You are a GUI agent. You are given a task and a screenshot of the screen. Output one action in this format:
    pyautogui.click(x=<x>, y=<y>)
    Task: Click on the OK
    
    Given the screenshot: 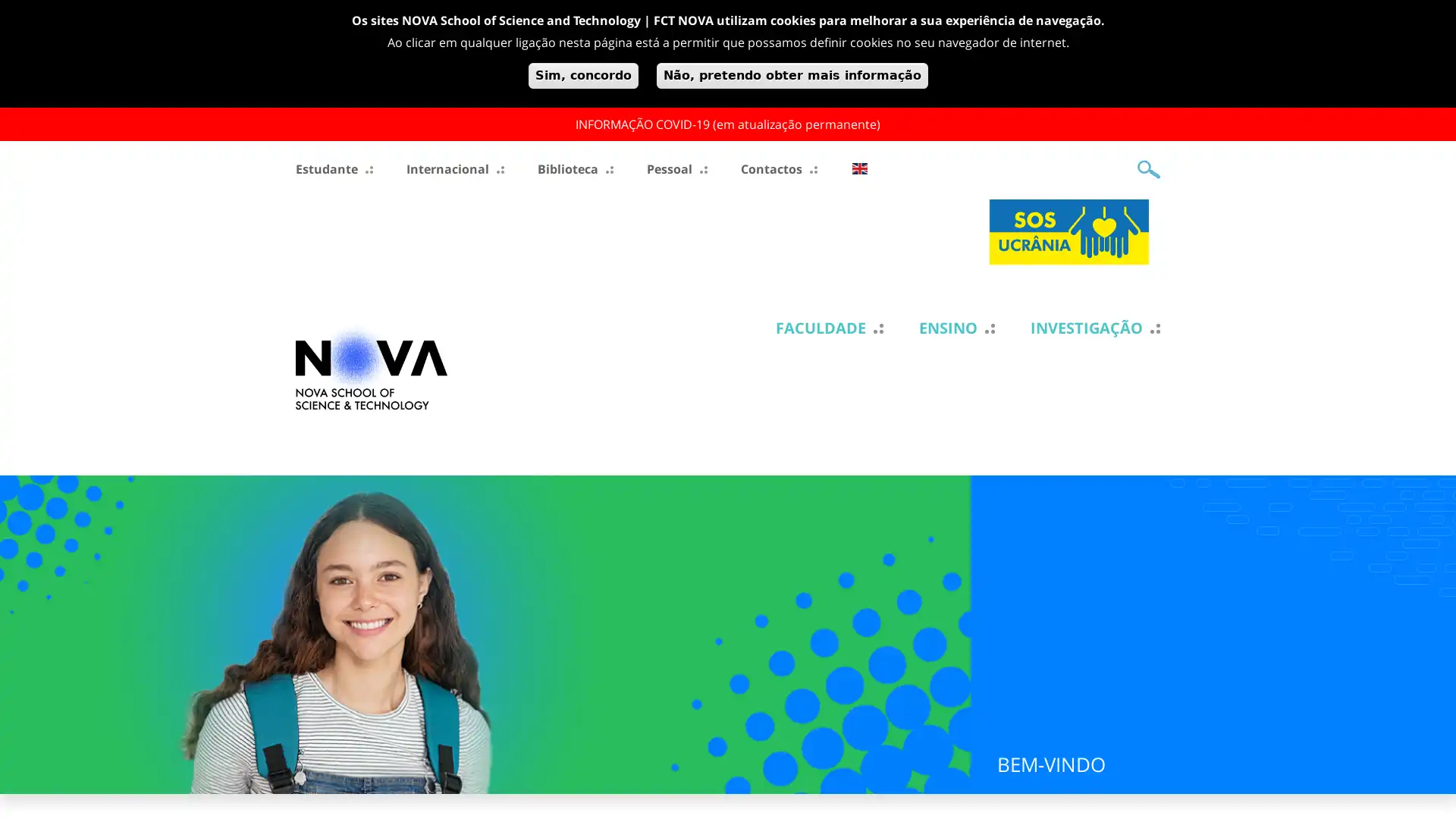 What is the action you would take?
    pyautogui.click(x=1149, y=169)
    